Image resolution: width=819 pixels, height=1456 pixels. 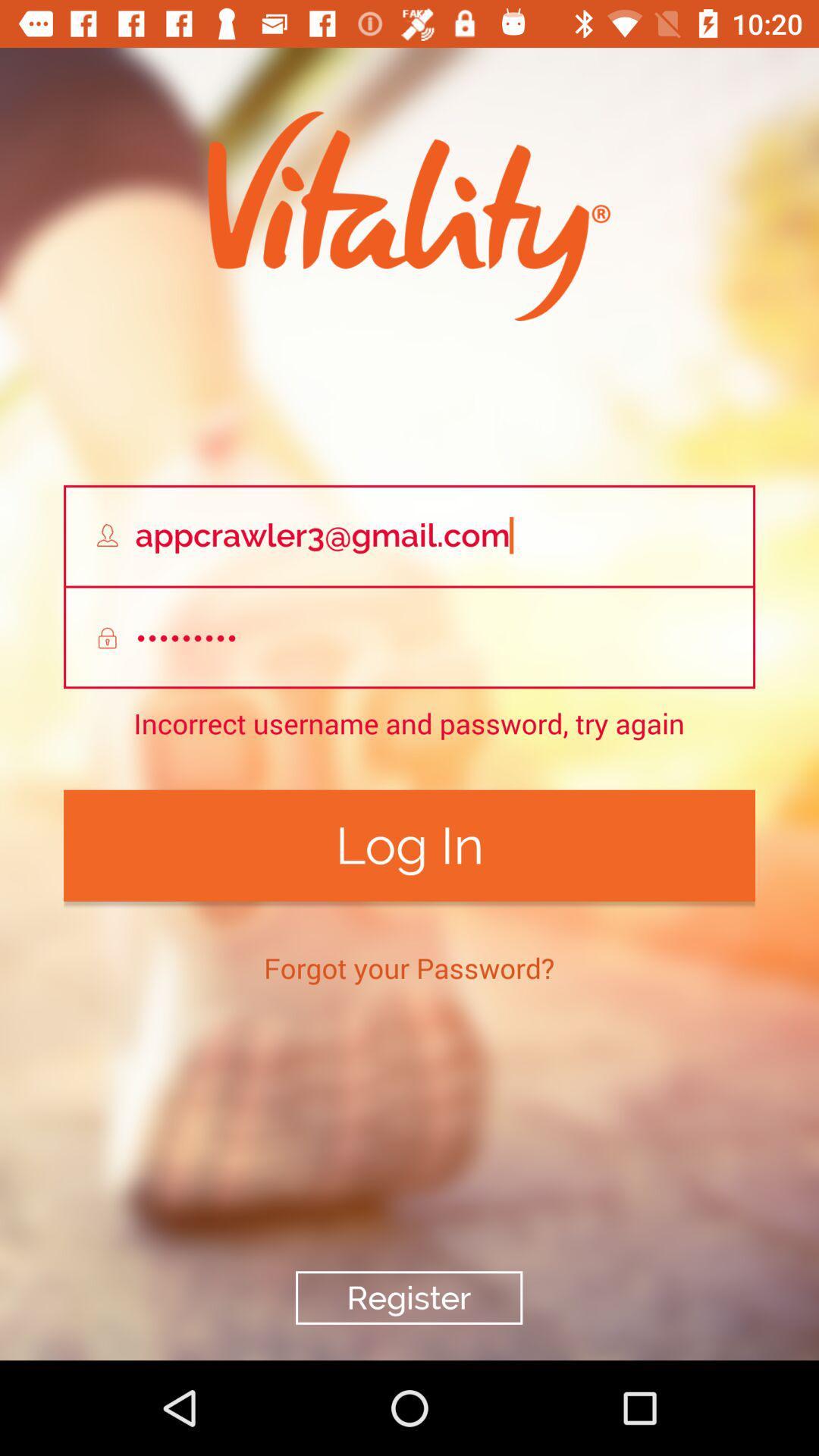 What do you see at coordinates (408, 967) in the screenshot?
I see `forgot your password?` at bounding box center [408, 967].